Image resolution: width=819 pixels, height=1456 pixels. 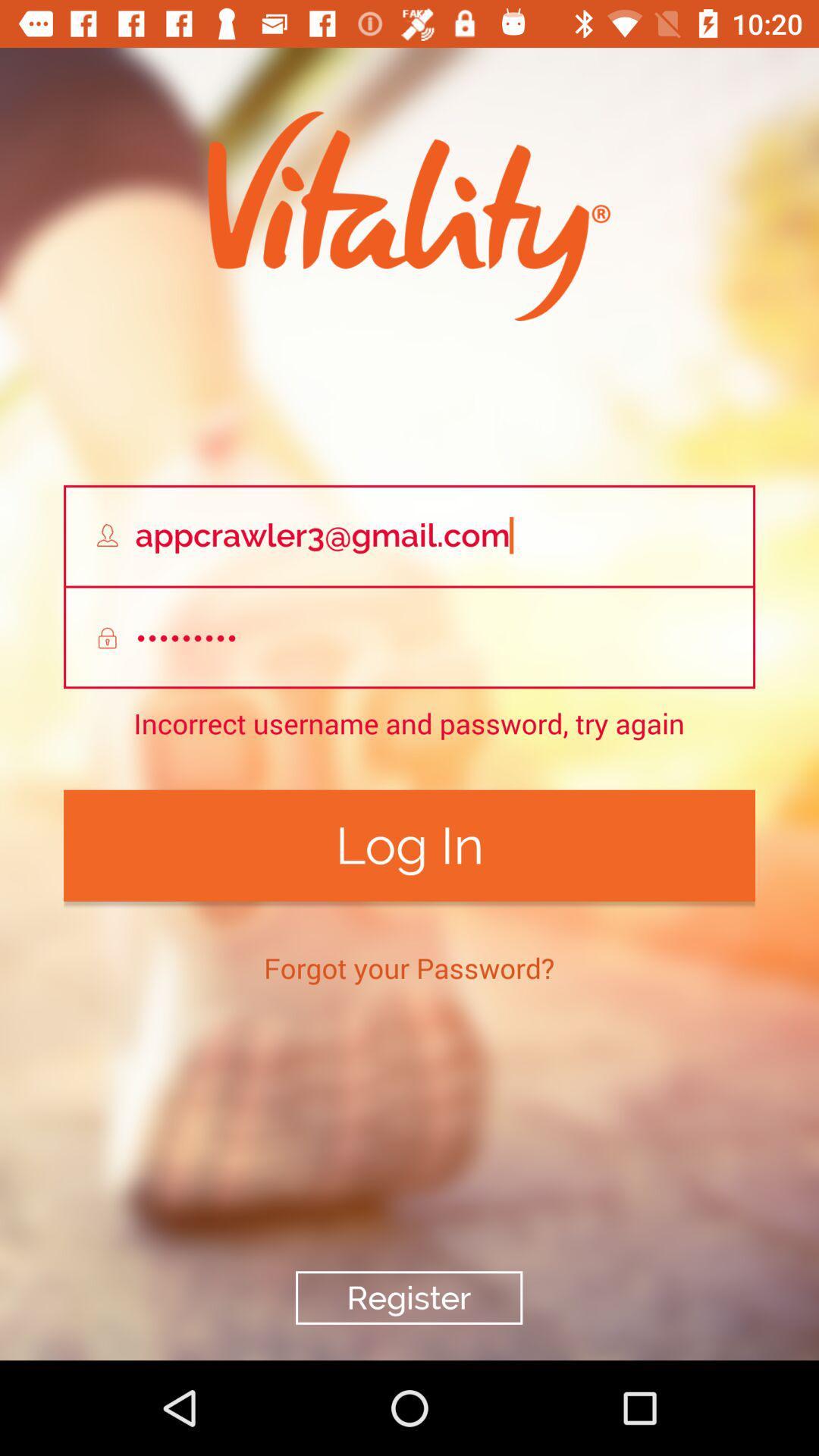 What do you see at coordinates (408, 967) in the screenshot?
I see `forgot your password?` at bounding box center [408, 967].